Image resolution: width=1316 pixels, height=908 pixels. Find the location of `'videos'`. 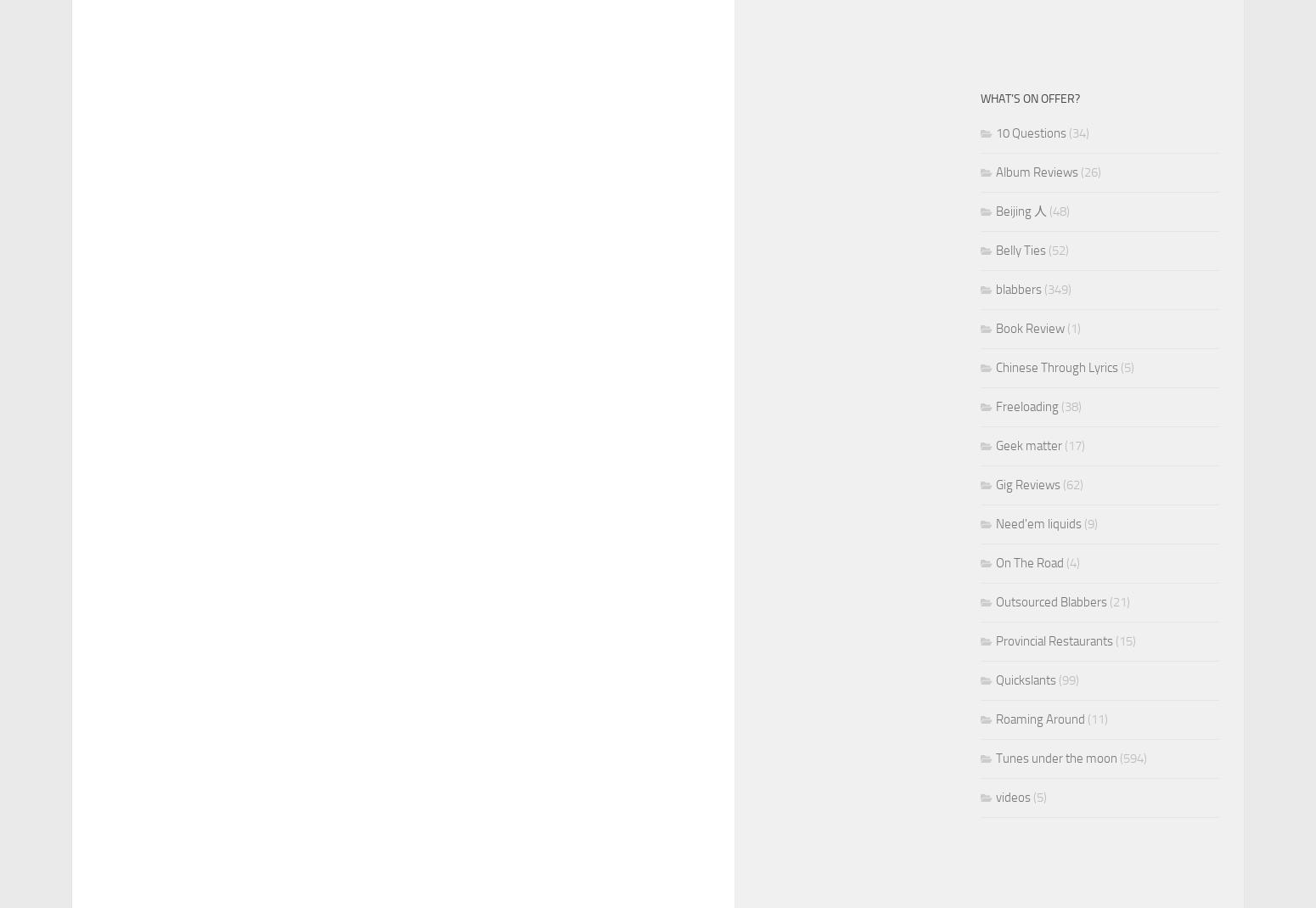

'videos' is located at coordinates (996, 797).